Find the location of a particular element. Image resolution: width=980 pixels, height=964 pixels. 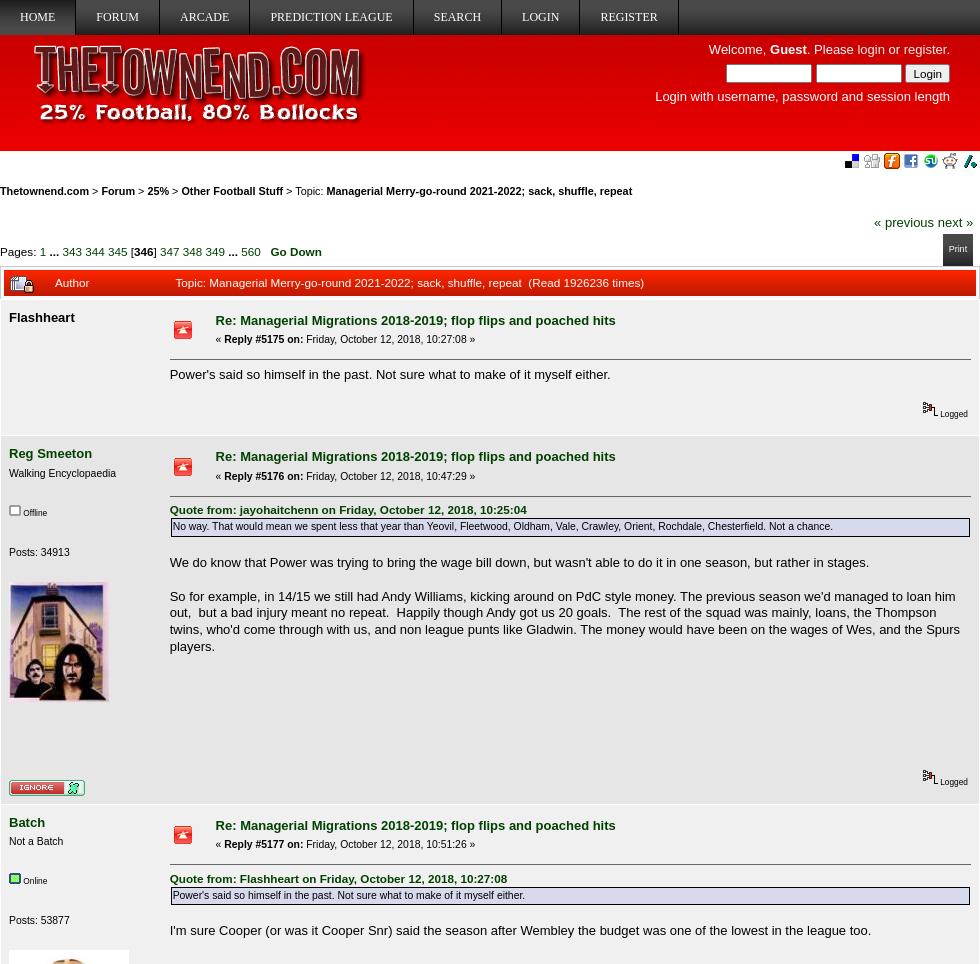

'We do know that Power was trying to bring the wage bill down, but wasn't able to do it in one season, but rather in stages.' is located at coordinates (168, 561).